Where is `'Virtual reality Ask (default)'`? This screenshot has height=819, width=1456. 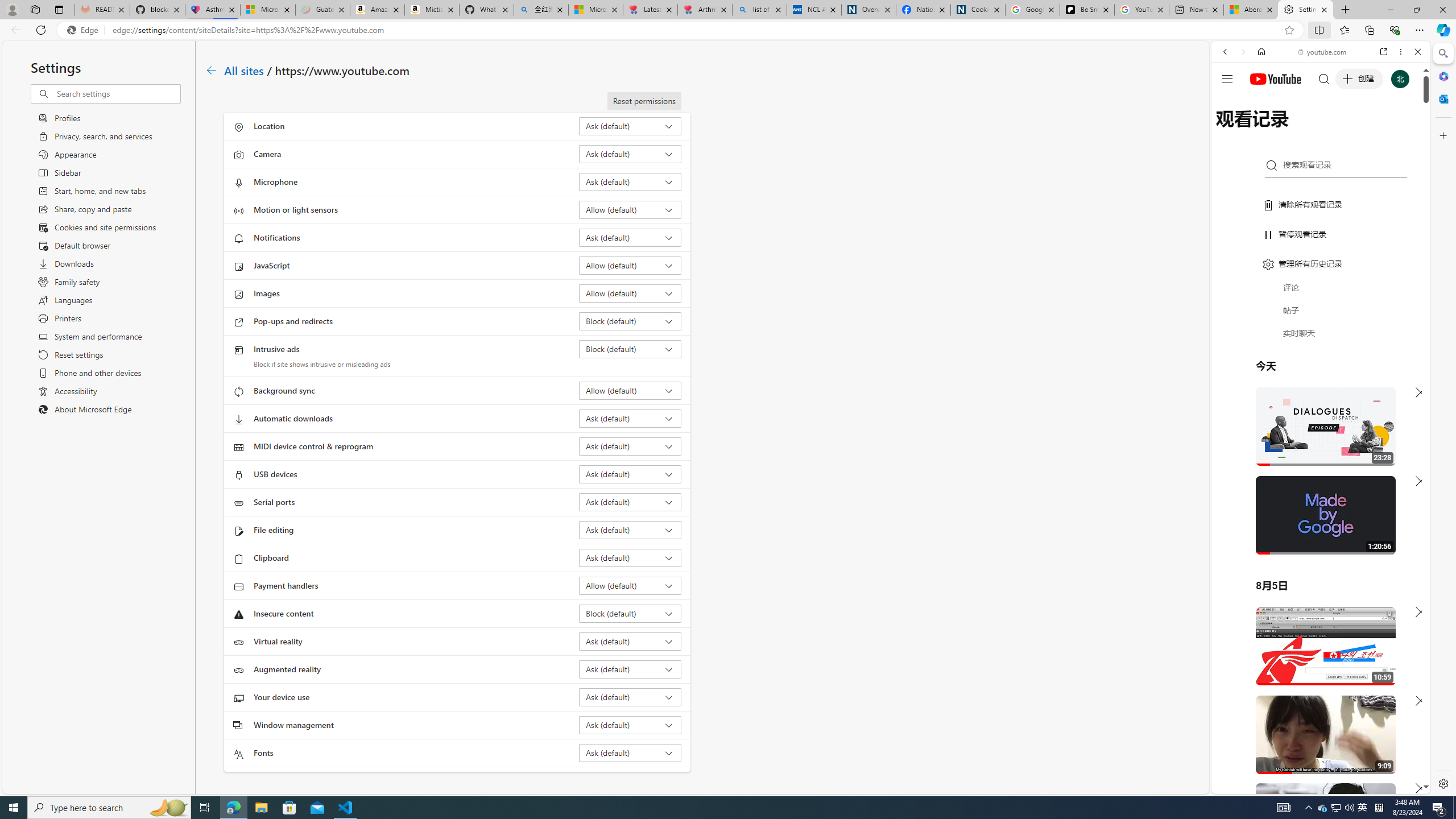 'Virtual reality Ask (default)' is located at coordinates (630, 640).